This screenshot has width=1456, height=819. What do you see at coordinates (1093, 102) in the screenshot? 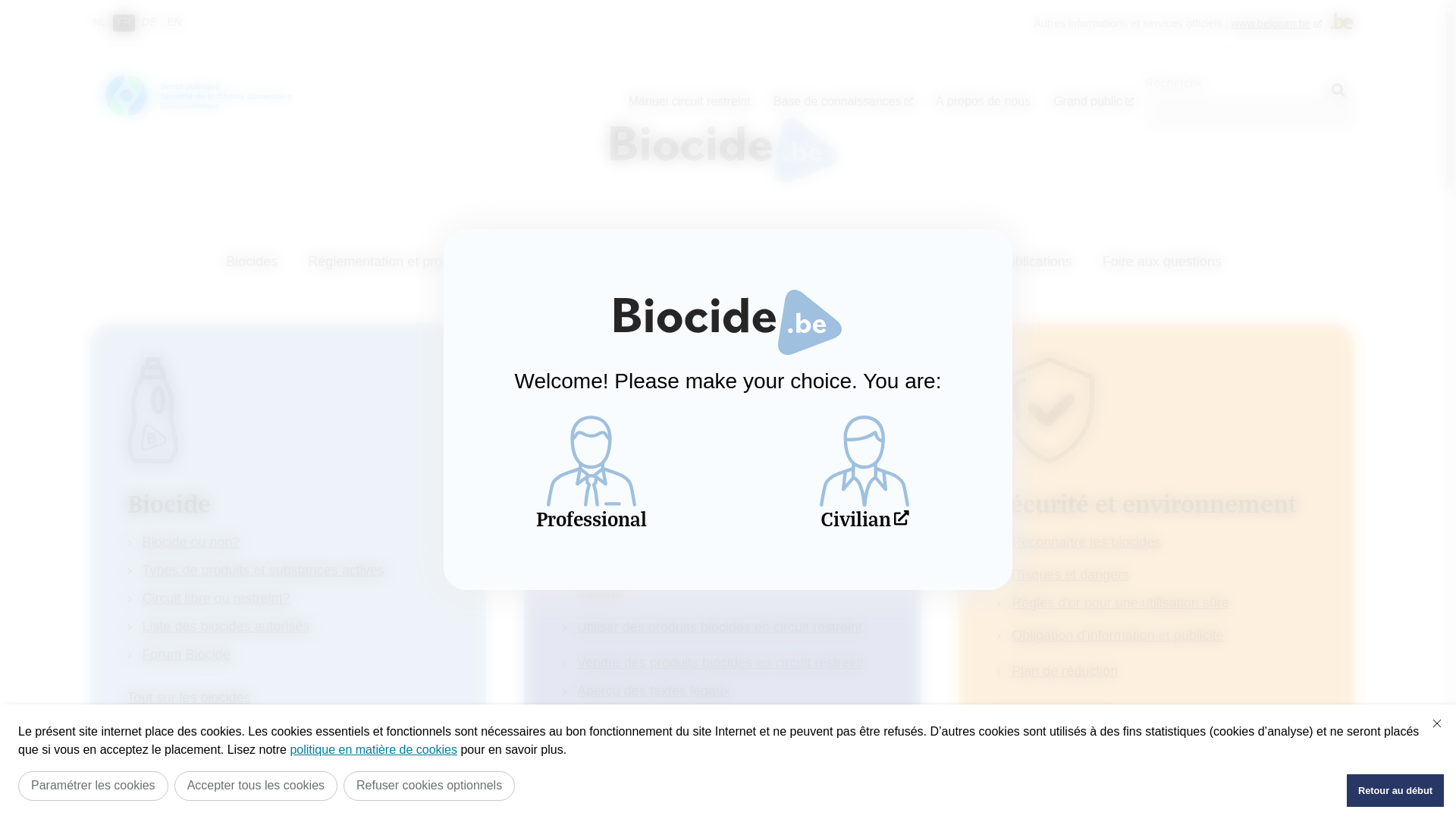
I see `'Grand public'` at bounding box center [1093, 102].